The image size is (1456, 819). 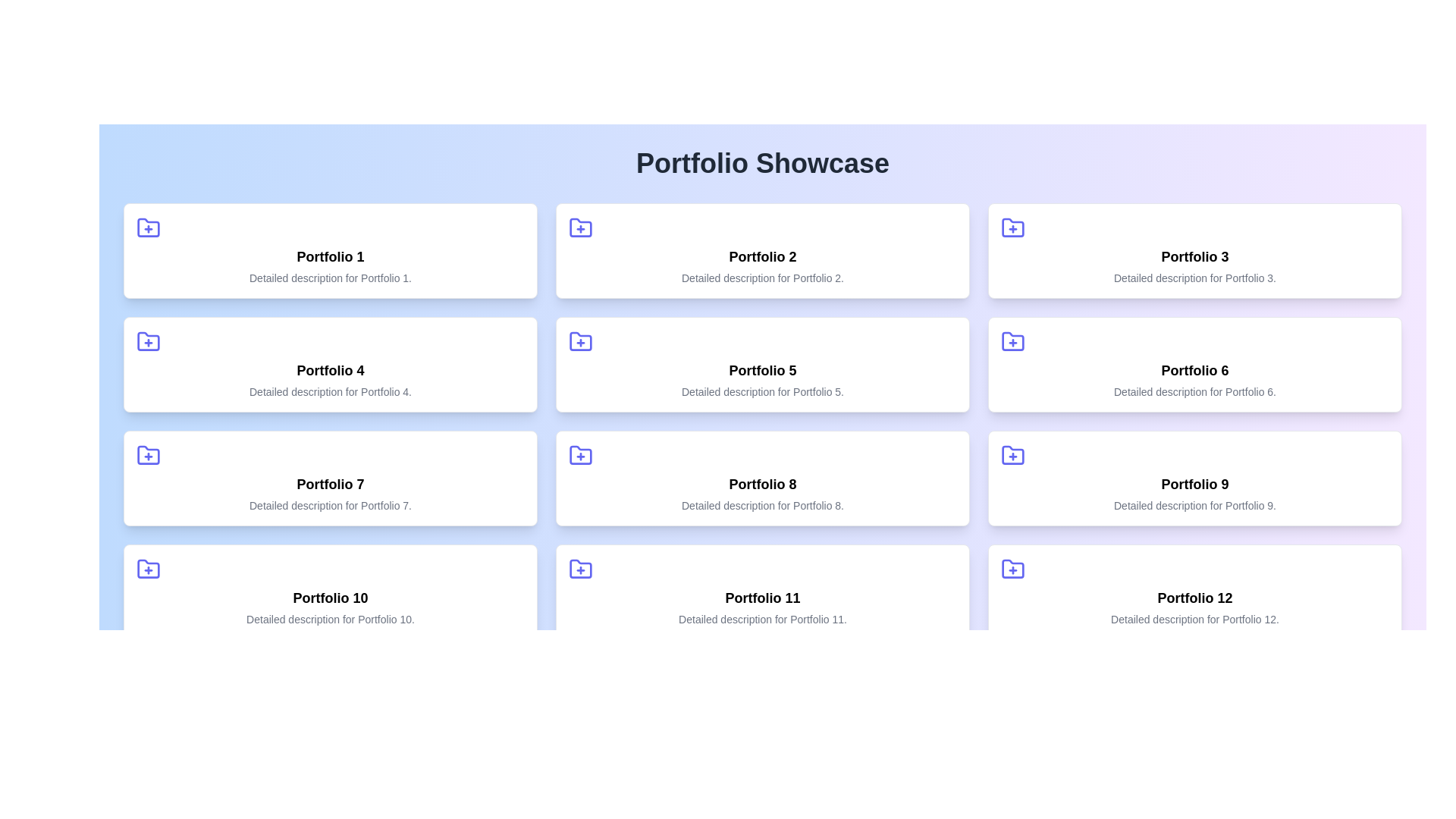 I want to click on the Text title/heading element located in the third row, right-most column of the grid layout, which serves as a title for the card, so click(x=1194, y=485).